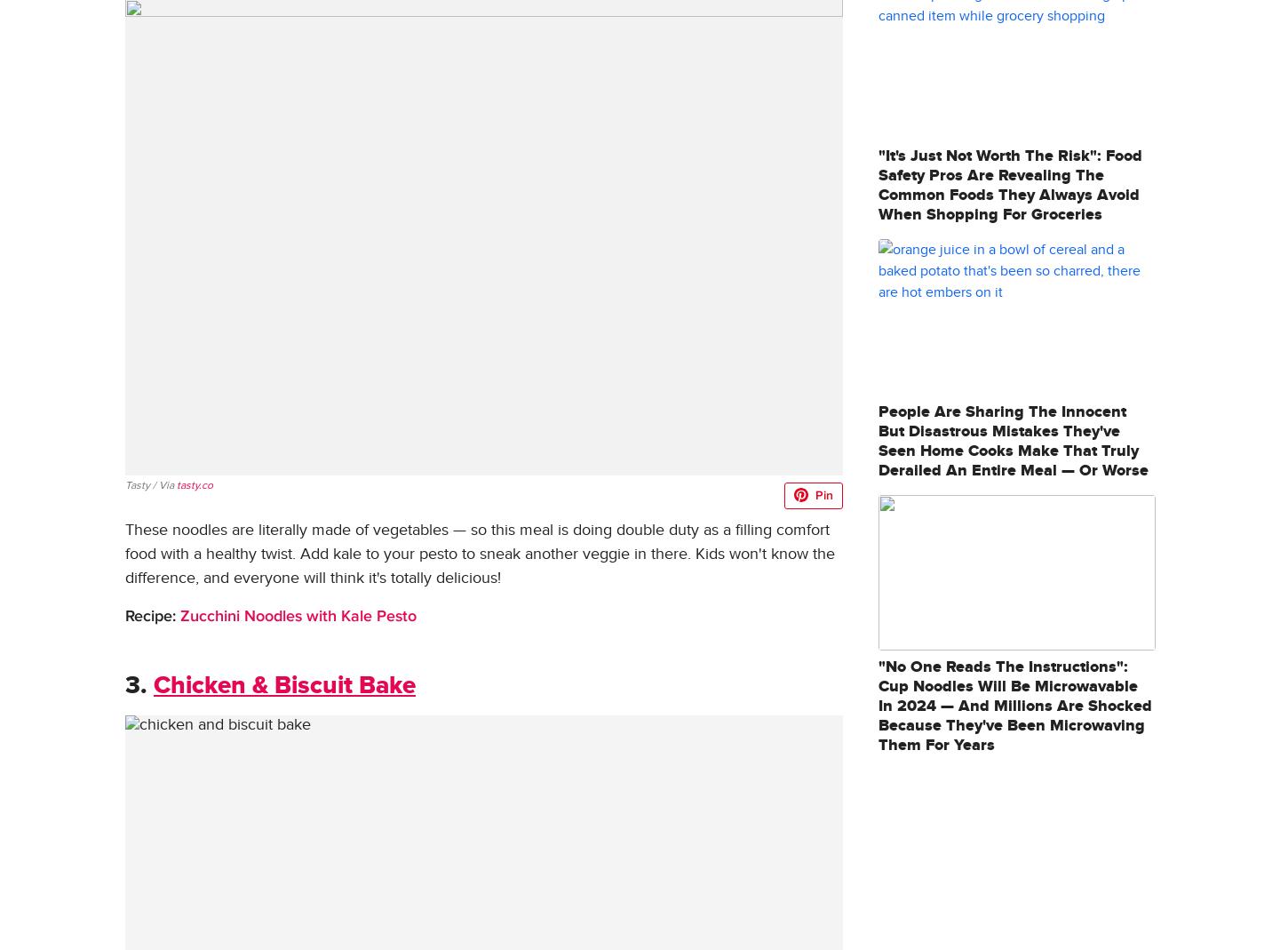 Image resolution: width=1288 pixels, height=950 pixels. I want to click on 'Tasty / Via', so click(149, 485).